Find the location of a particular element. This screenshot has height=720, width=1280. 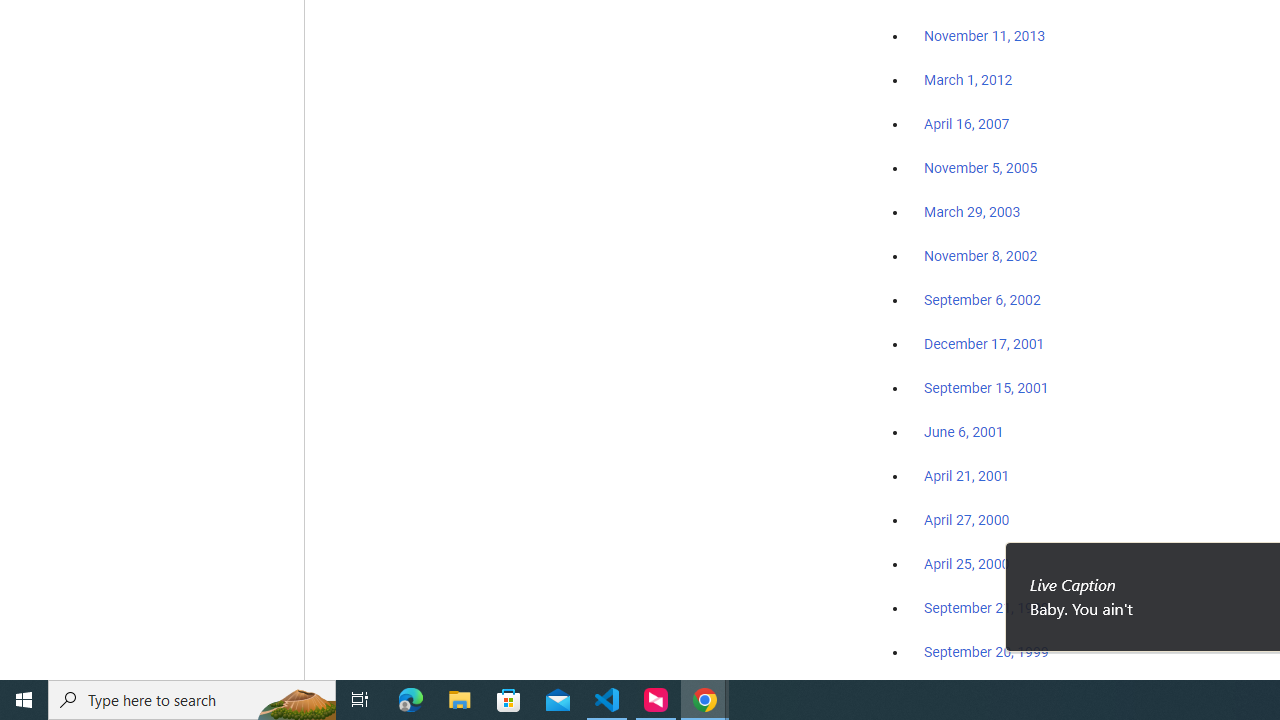

'April 27, 2000' is located at coordinates (967, 519).